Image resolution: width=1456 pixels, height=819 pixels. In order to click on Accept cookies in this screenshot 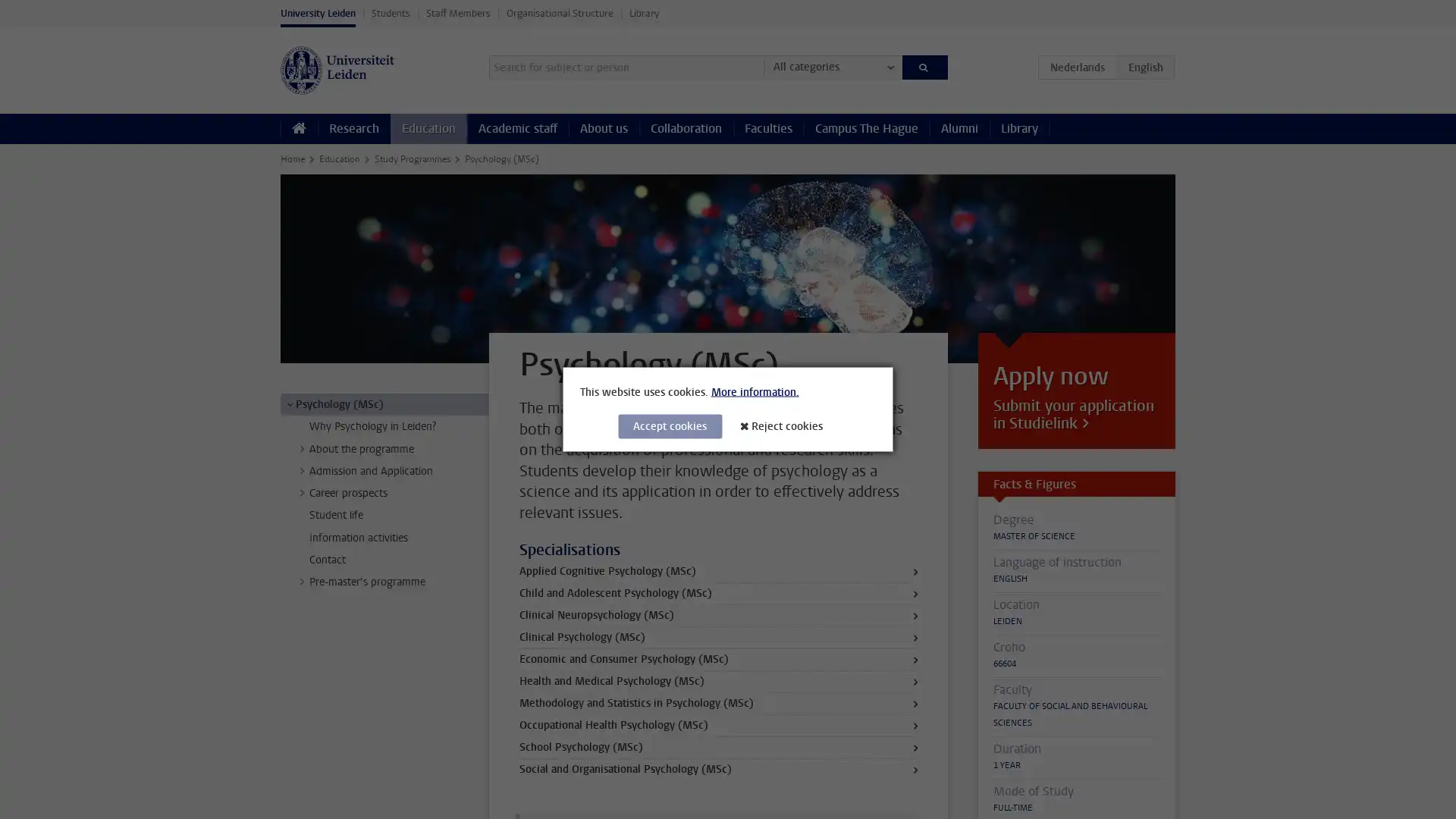, I will do `click(669, 426)`.